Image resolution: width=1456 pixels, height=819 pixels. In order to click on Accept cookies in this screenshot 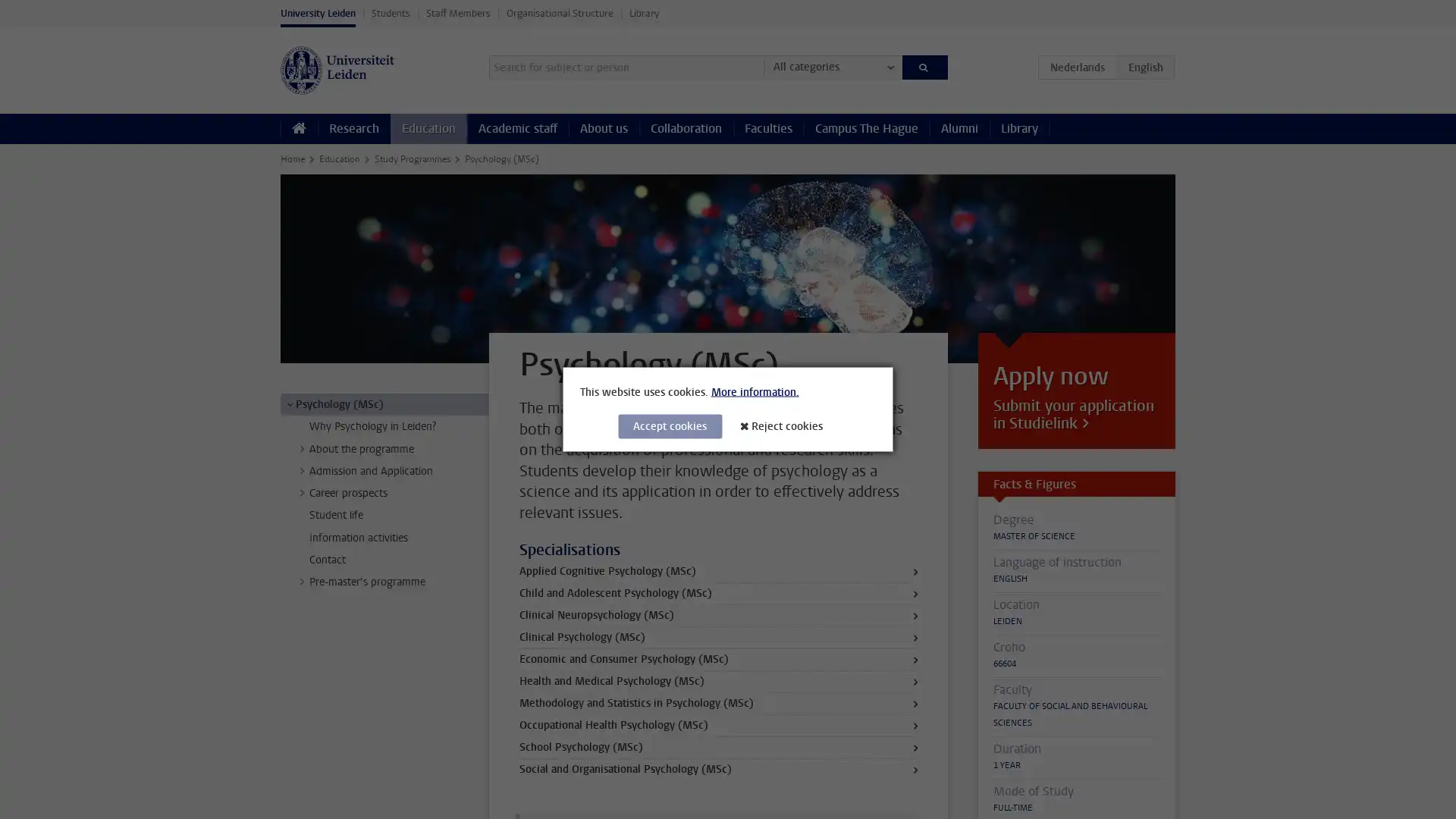, I will do `click(669, 426)`.